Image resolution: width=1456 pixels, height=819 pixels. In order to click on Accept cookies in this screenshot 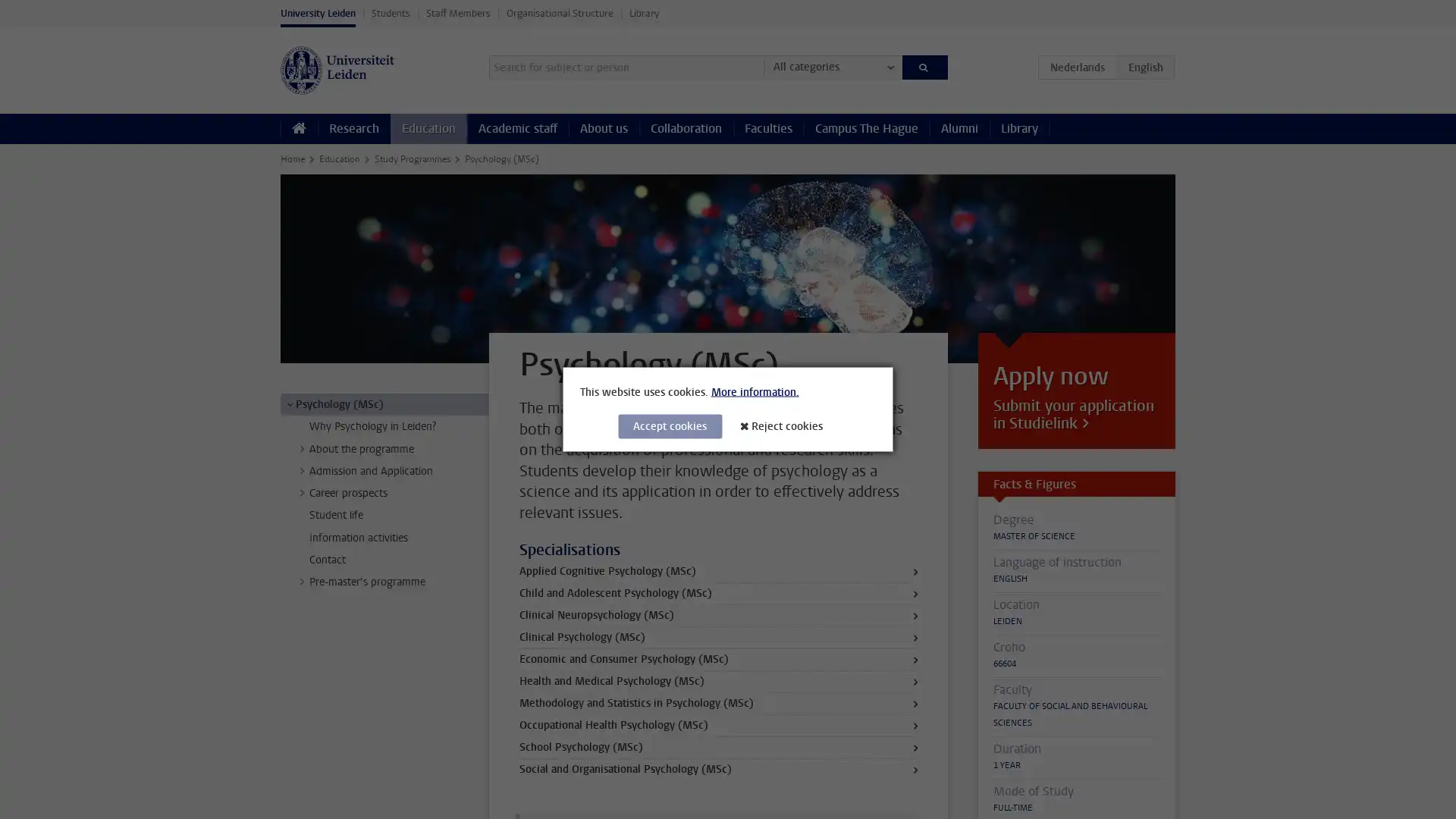, I will do `click(669, 426)`.